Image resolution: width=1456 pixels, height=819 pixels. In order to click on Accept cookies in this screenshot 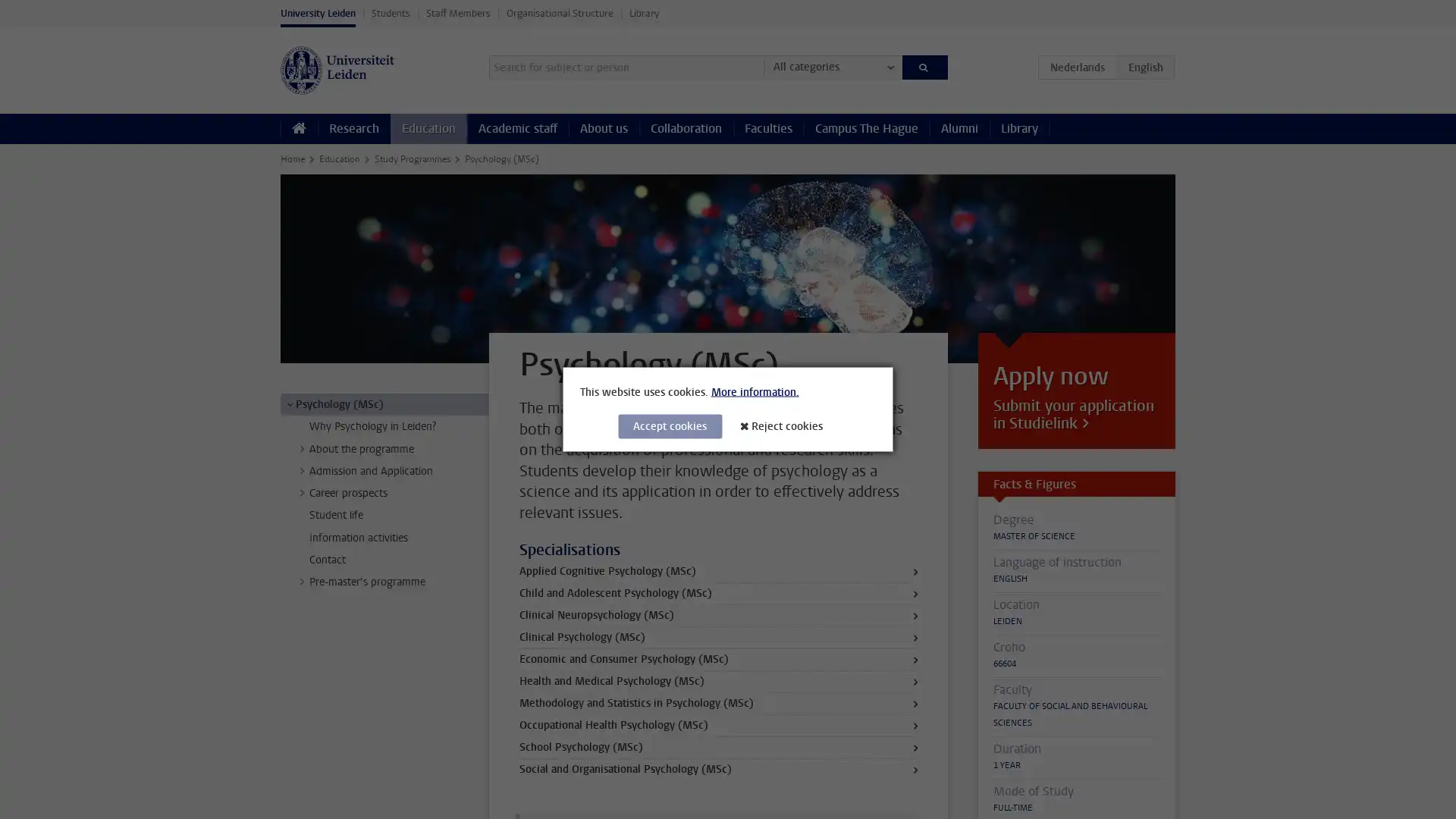, I will do `click(669, 426)`.